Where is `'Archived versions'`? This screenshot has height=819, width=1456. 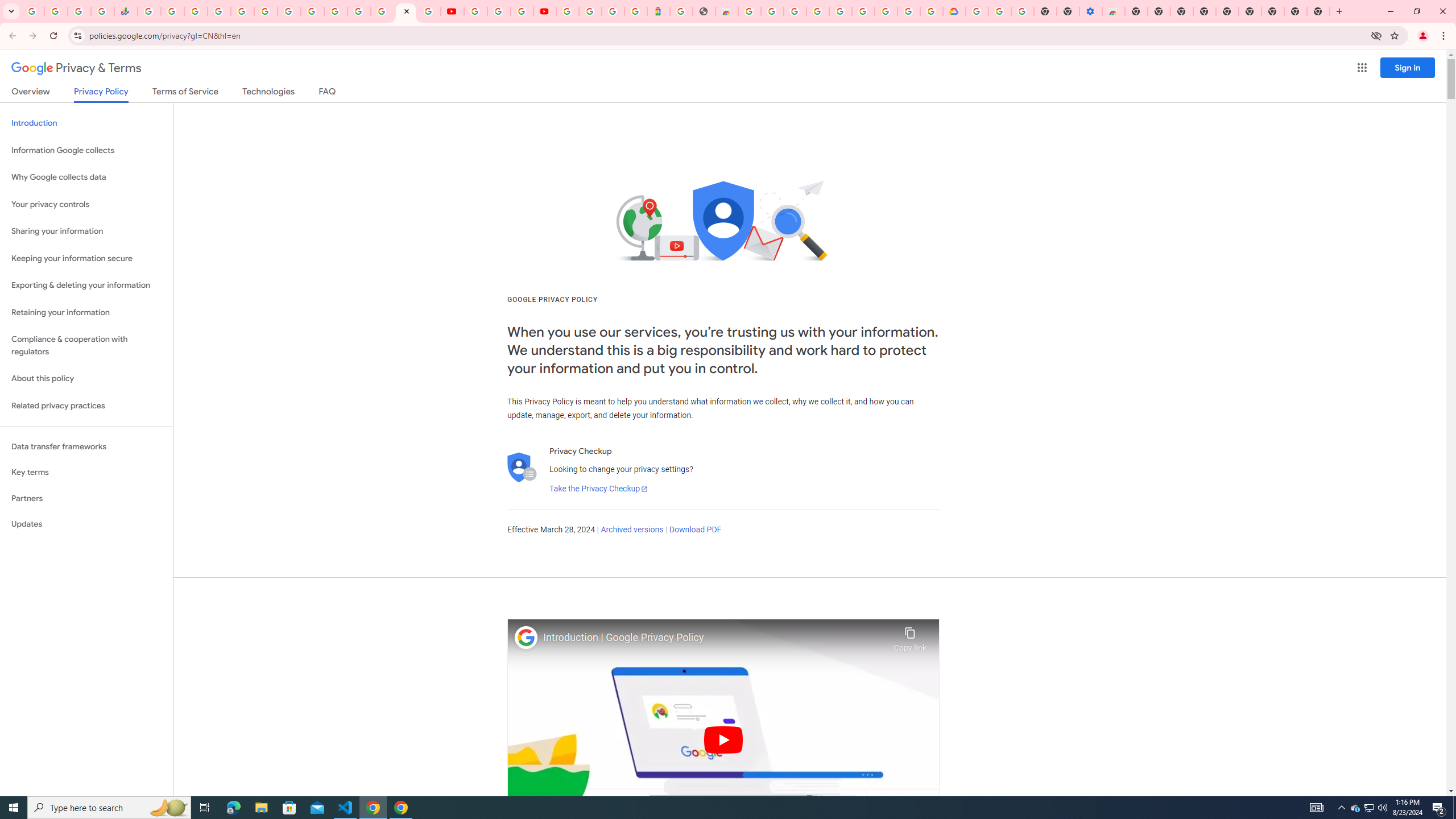 'Archived versions' is located at coordinates (631, 529).